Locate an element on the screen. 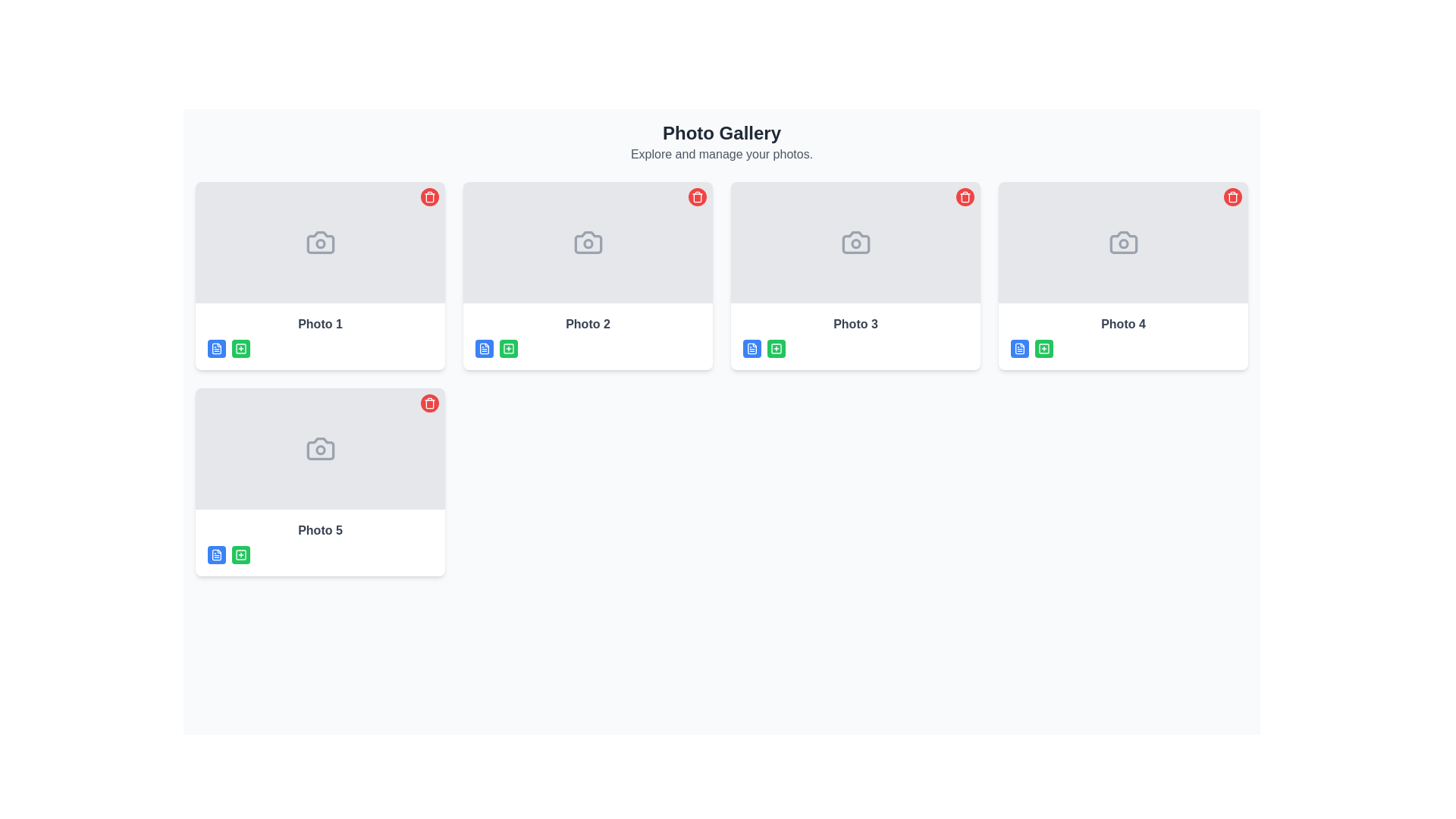  the small square icon with a green background and a white plus symbol located below the 'Photo 3' label to trigger a tooltip or visual feedback is located at coordinates (776, 348).